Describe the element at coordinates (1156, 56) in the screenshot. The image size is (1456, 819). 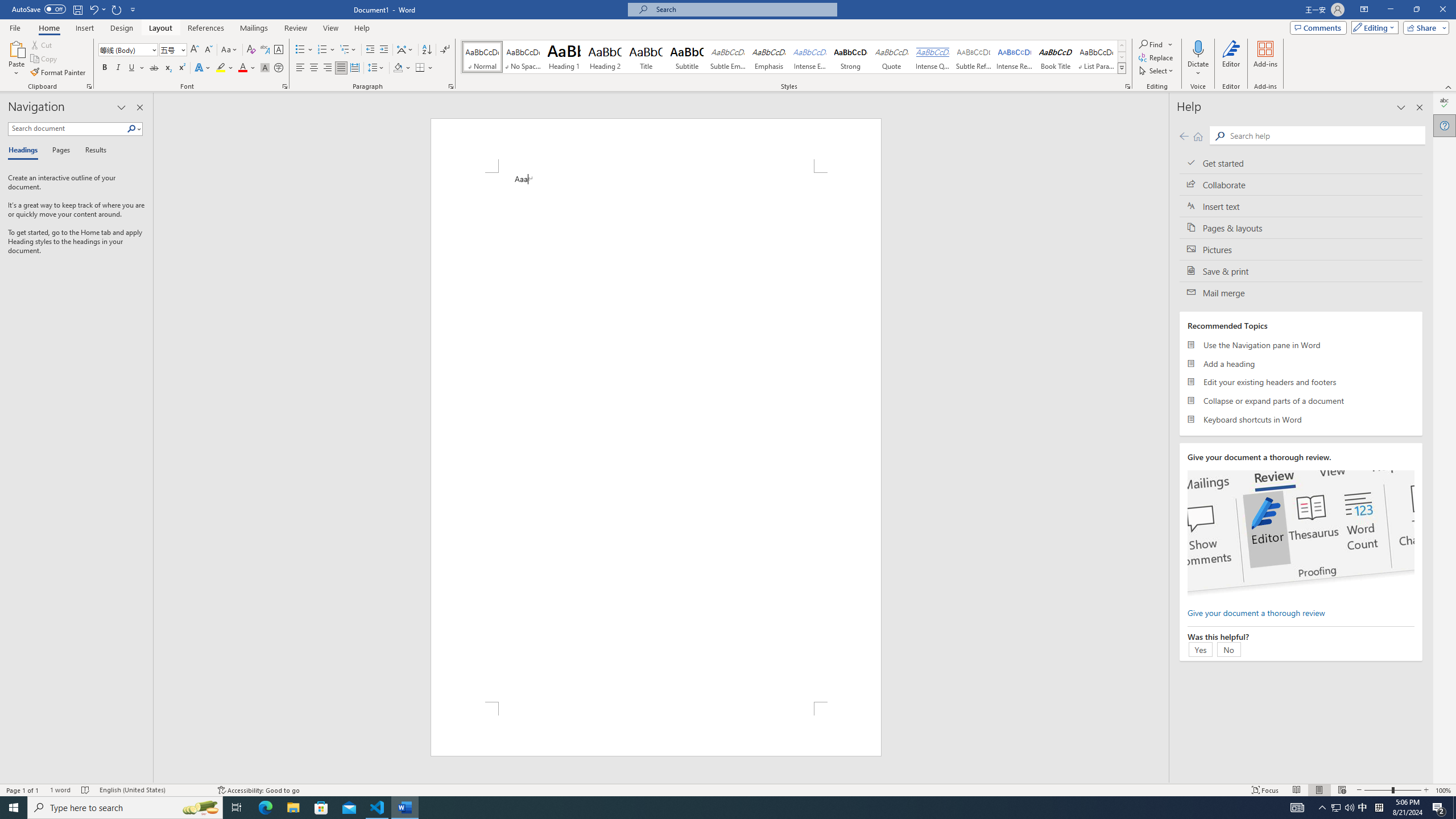
I see `'Replace...'` at that location.